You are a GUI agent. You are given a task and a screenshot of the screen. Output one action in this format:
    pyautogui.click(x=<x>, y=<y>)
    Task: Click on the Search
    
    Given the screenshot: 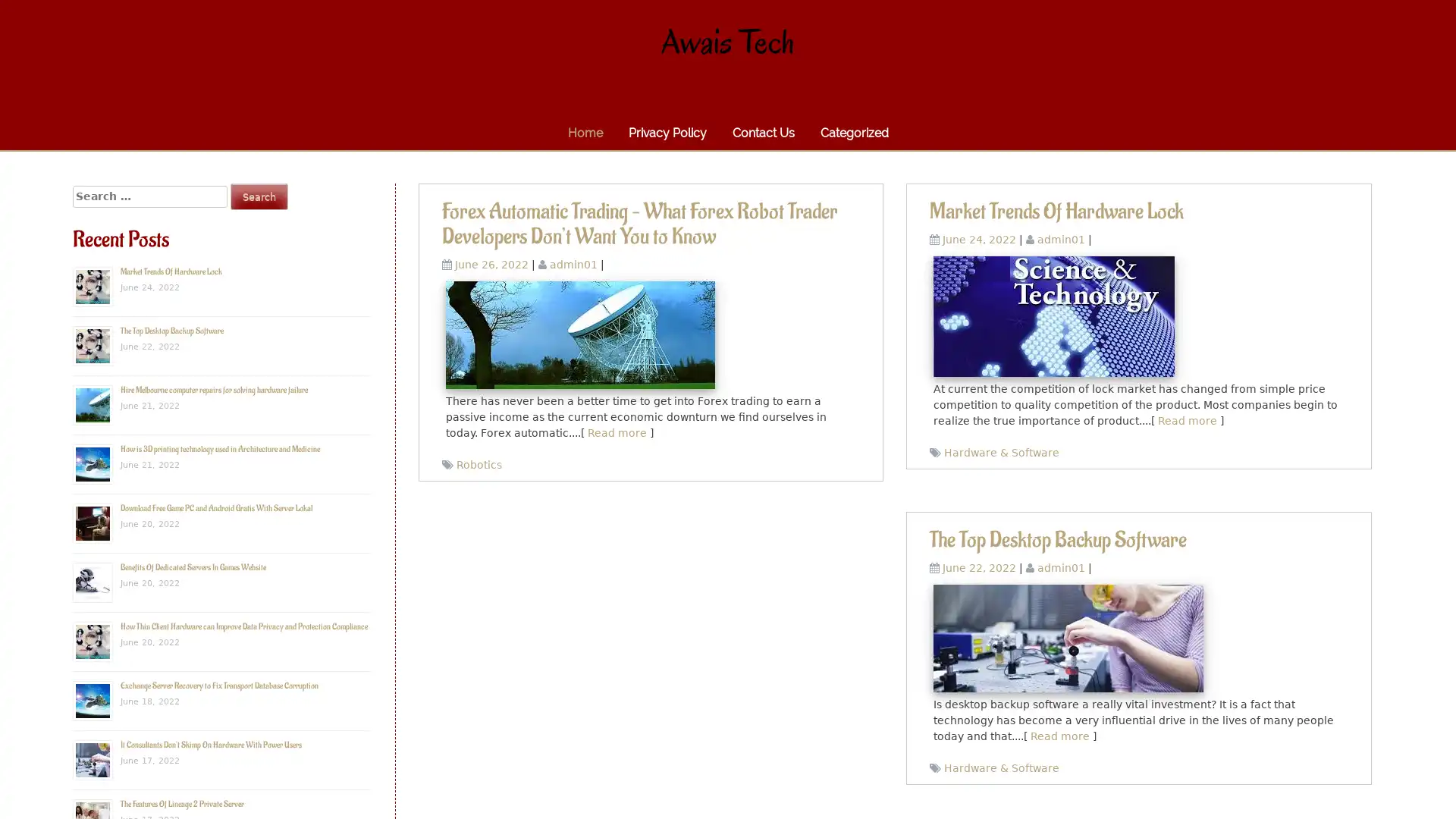 What is the action you would take?
    pyautogui.click(x=259, y=196)
    